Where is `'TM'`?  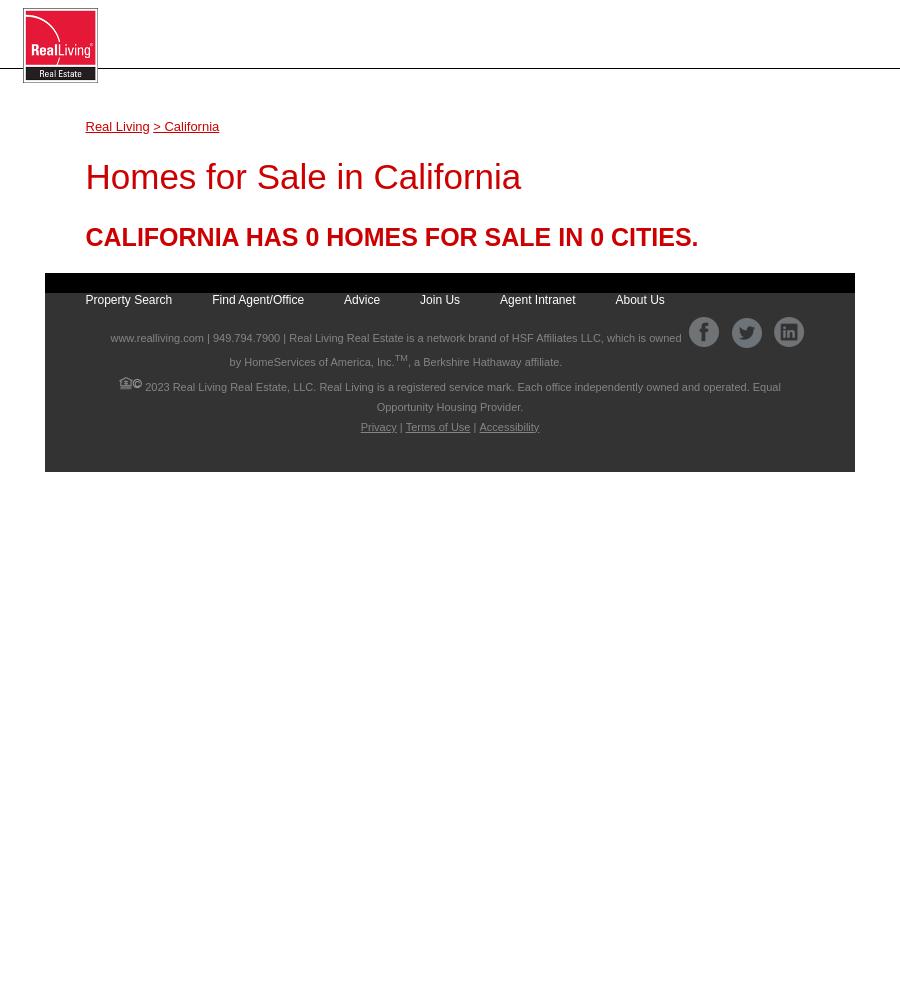 'TM' is located at coordinates (400, 357).